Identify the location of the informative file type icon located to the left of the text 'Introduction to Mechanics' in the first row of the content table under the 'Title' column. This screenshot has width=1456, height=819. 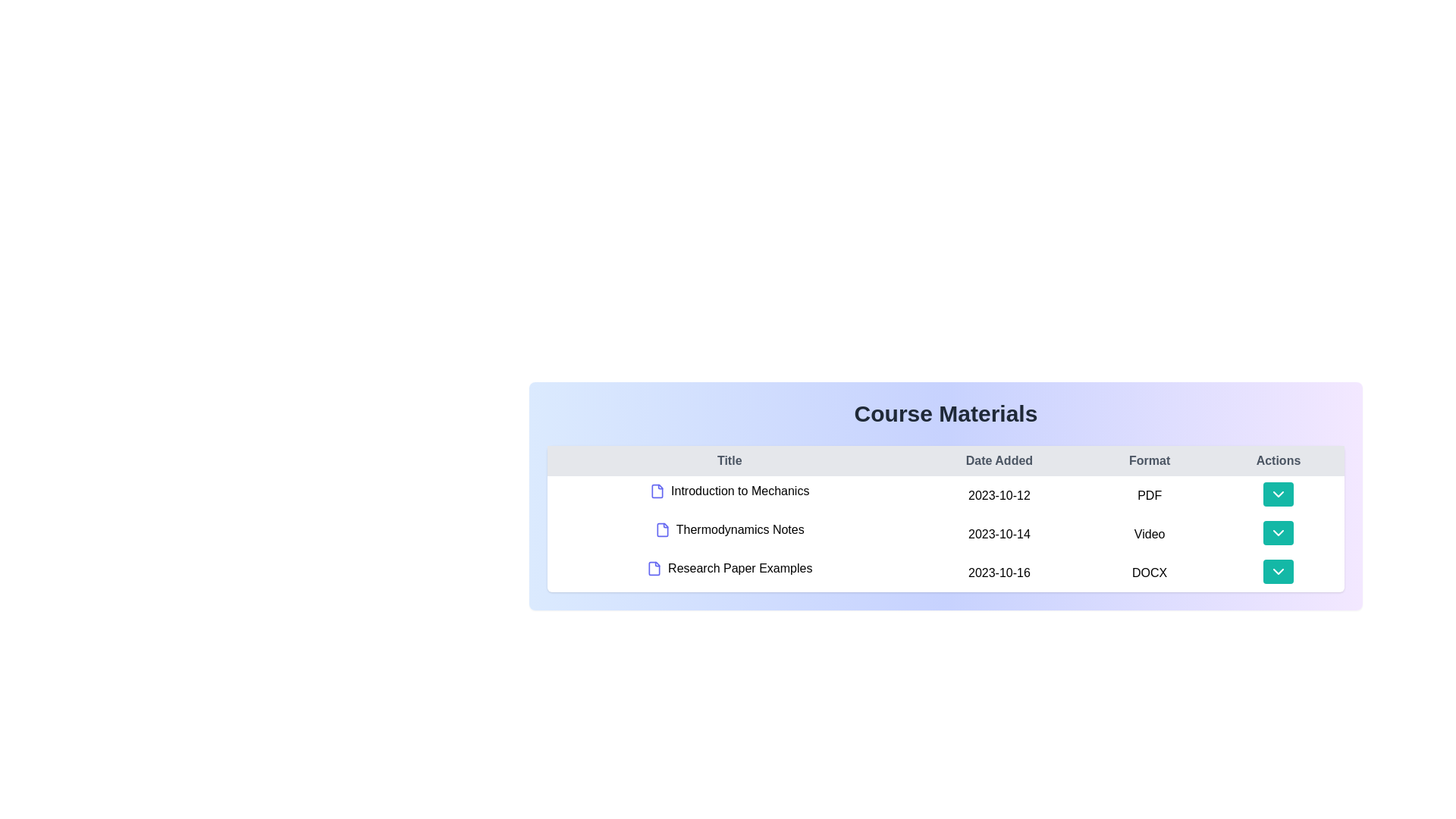
(657, 491).